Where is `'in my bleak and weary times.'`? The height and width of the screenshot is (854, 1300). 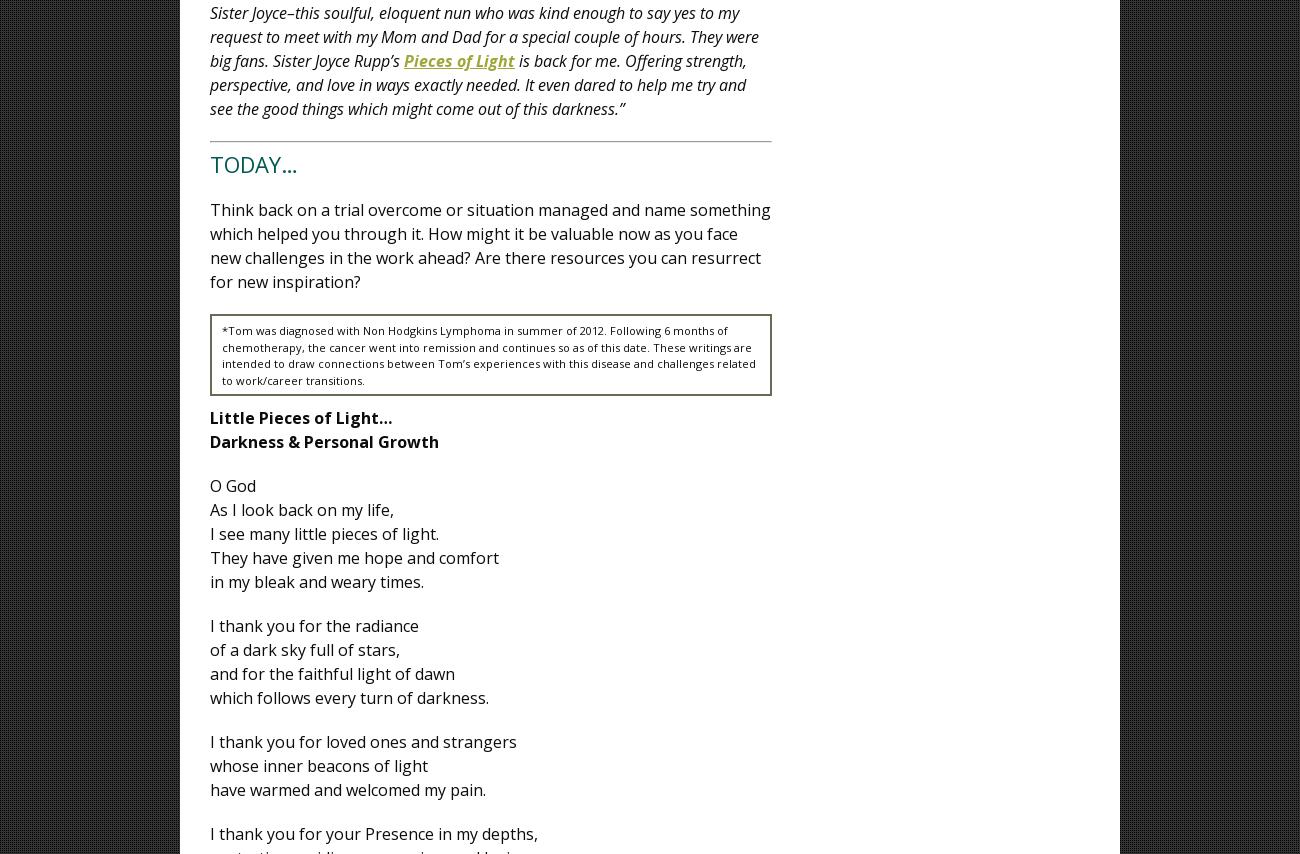 'in my bleak and weary times.' is located at coordinates (316, 582).